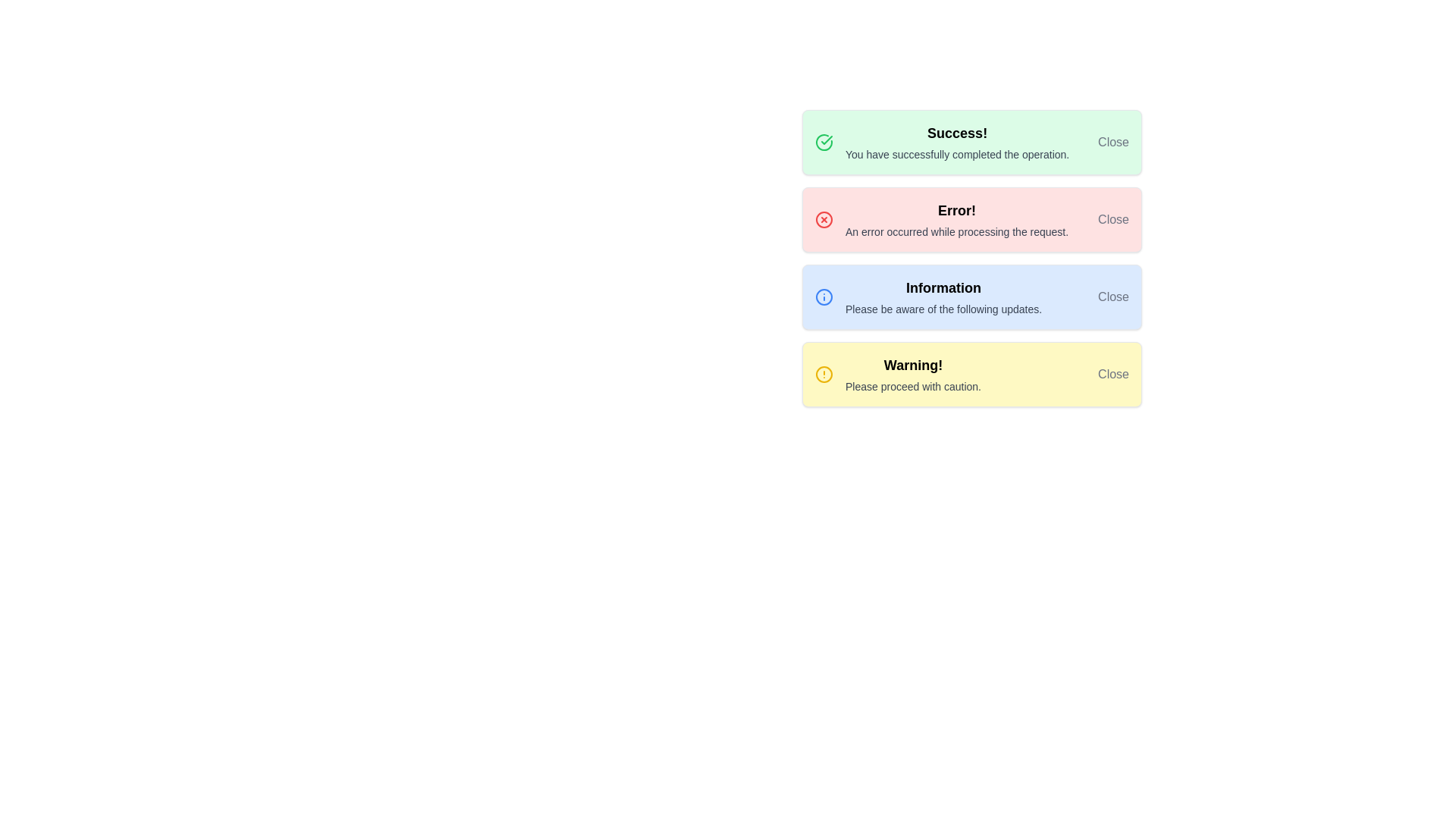  What do you see at coordinates (956, 133) in the screenshot?
I see `the bold 'Success!' text label located in the top section of a green alert box, which is part of a vertically stacked group of alert boxes` at bounding box center [956, 133].